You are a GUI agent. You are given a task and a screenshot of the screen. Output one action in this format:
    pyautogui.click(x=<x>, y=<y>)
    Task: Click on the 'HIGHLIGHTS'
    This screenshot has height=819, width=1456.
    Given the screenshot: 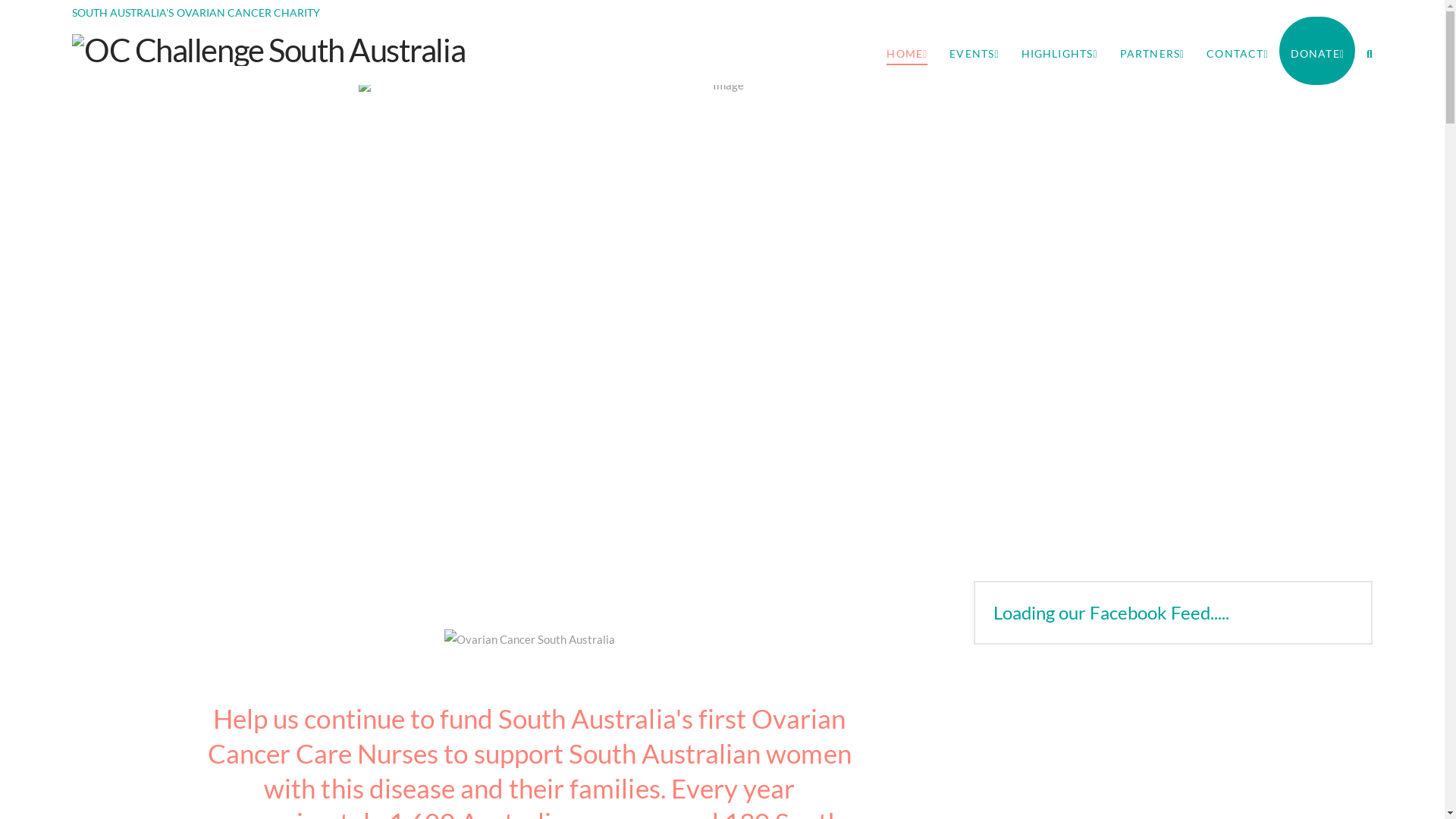 What is the action you would take?
    pyautogui.click(x=1058, y=49)
    